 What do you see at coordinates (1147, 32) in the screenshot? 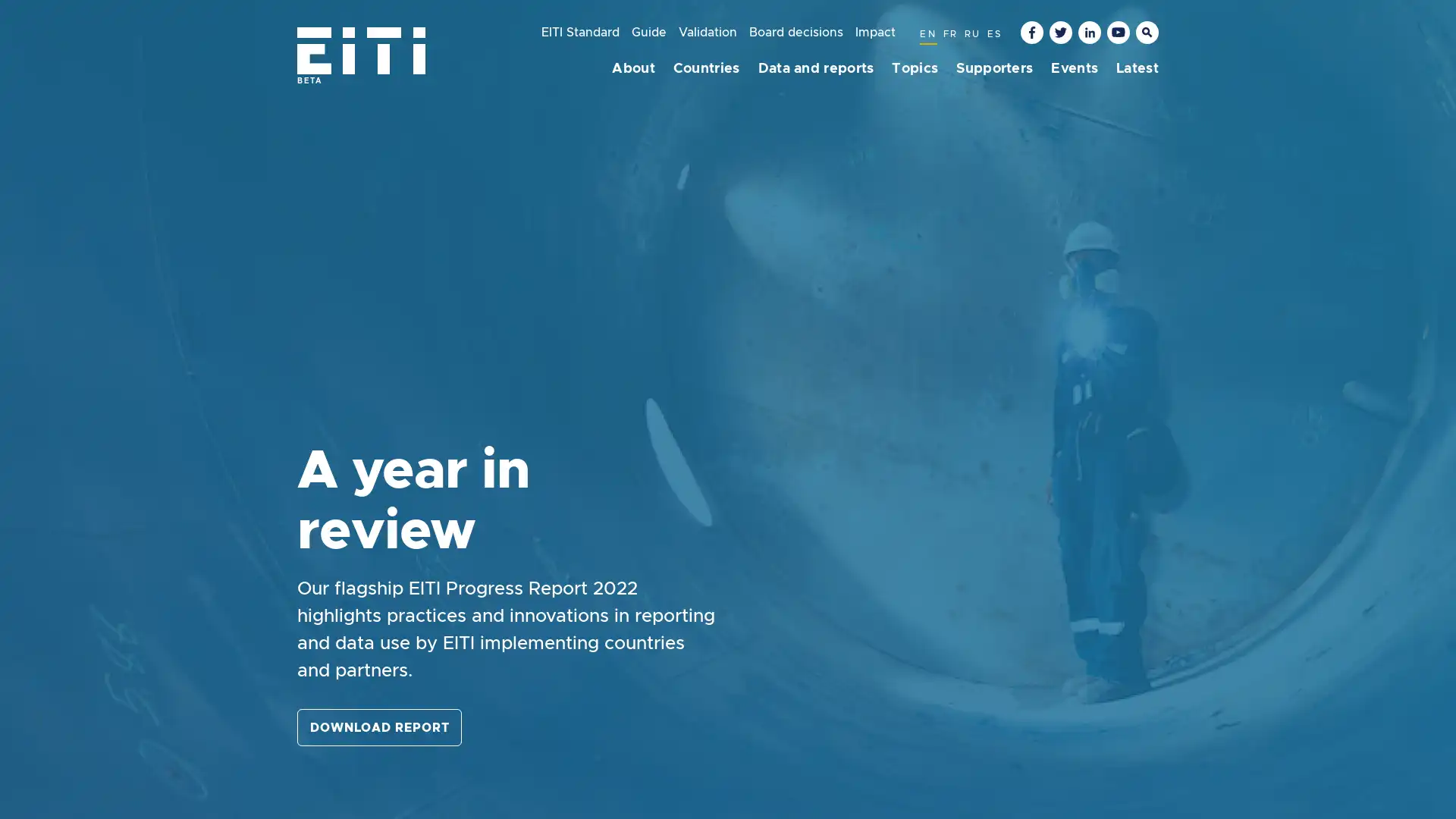
I see `Toggle the keyword search input` at bounding box center [1147, 32].